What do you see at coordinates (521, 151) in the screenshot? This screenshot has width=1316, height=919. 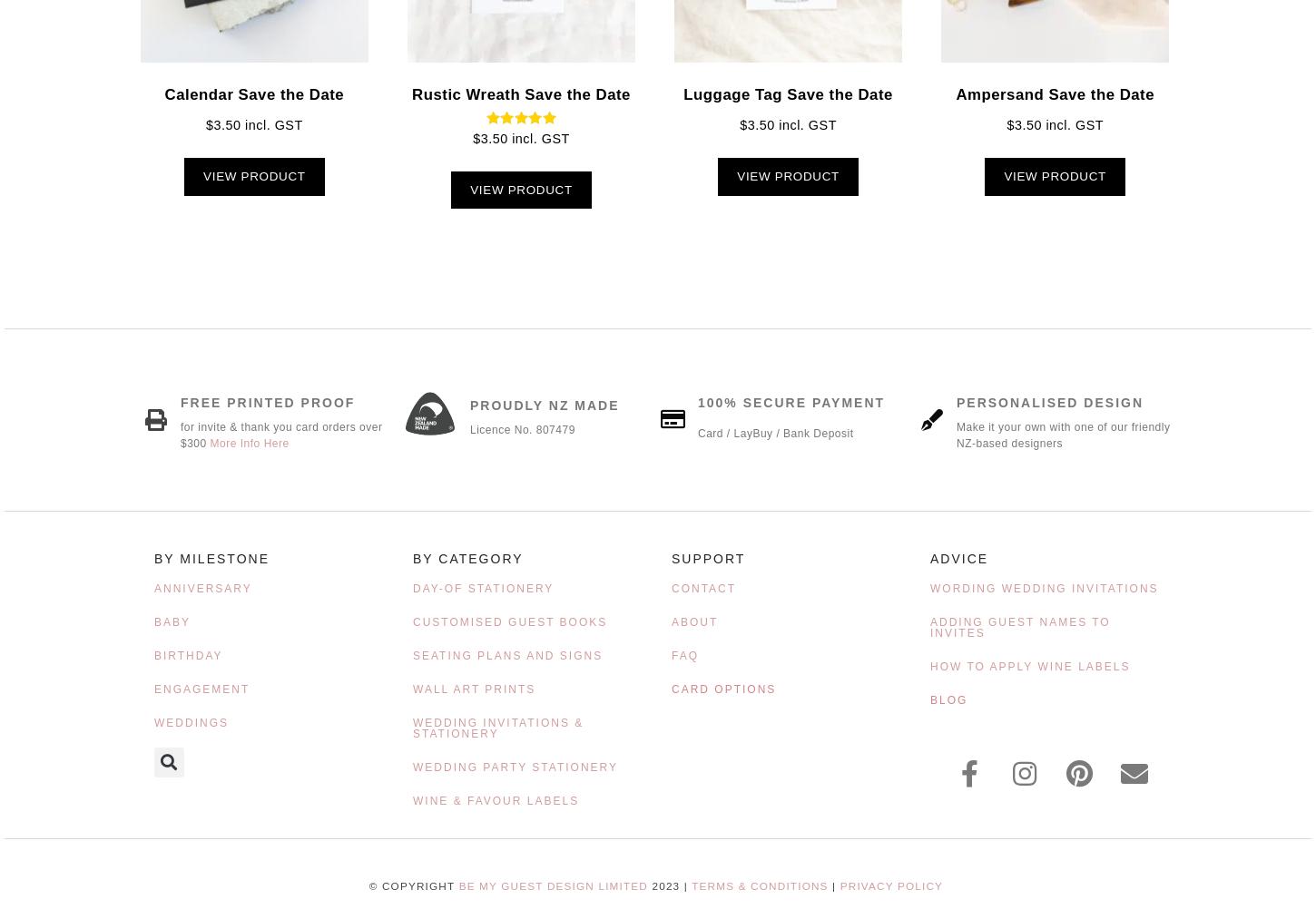 I see `'5.00'` at bounding box center [521, 151].